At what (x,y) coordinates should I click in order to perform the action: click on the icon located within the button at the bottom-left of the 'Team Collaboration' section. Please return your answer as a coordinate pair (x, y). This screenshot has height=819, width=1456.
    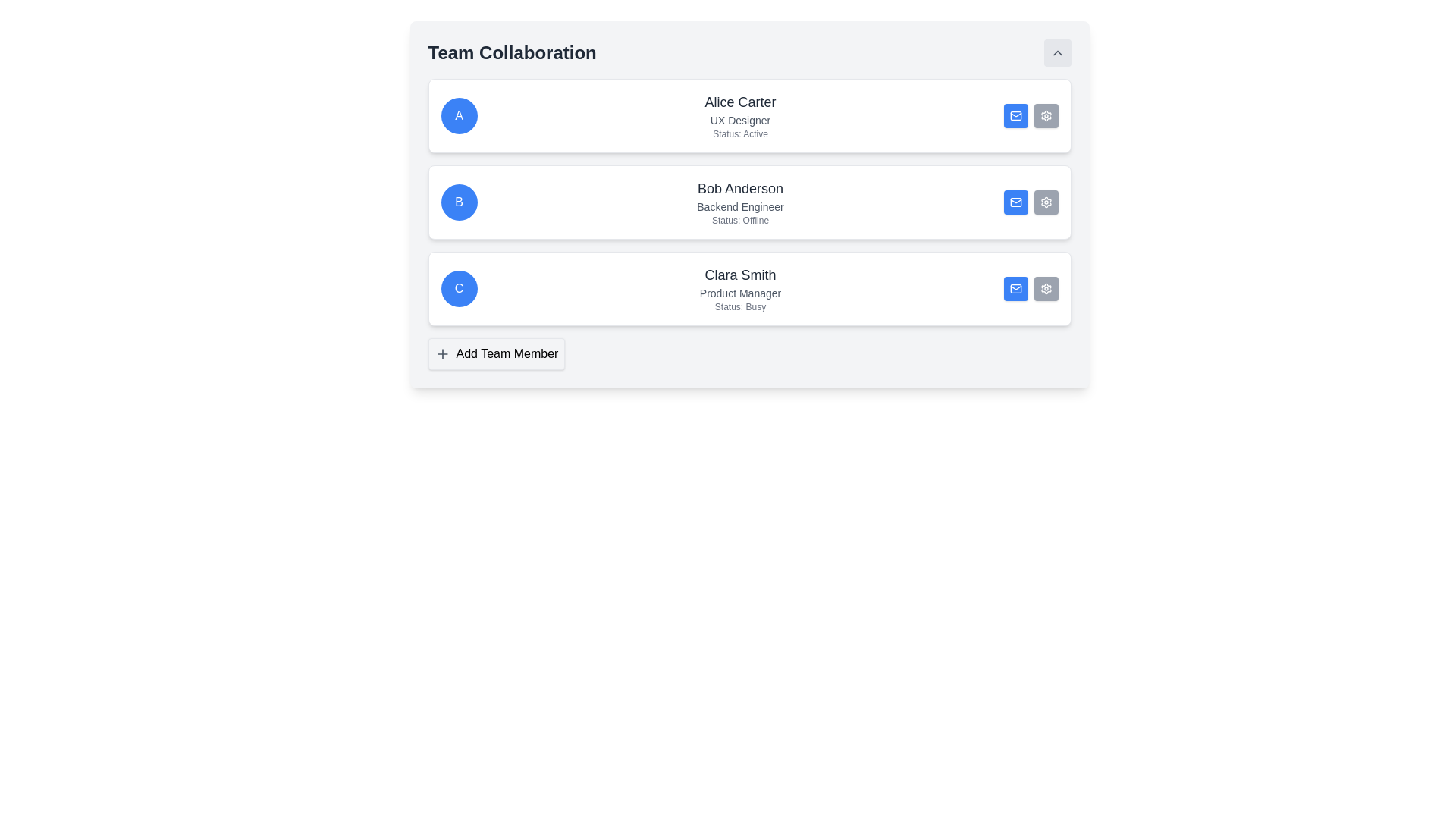
    Looking at the image, I should click on (441, 353).